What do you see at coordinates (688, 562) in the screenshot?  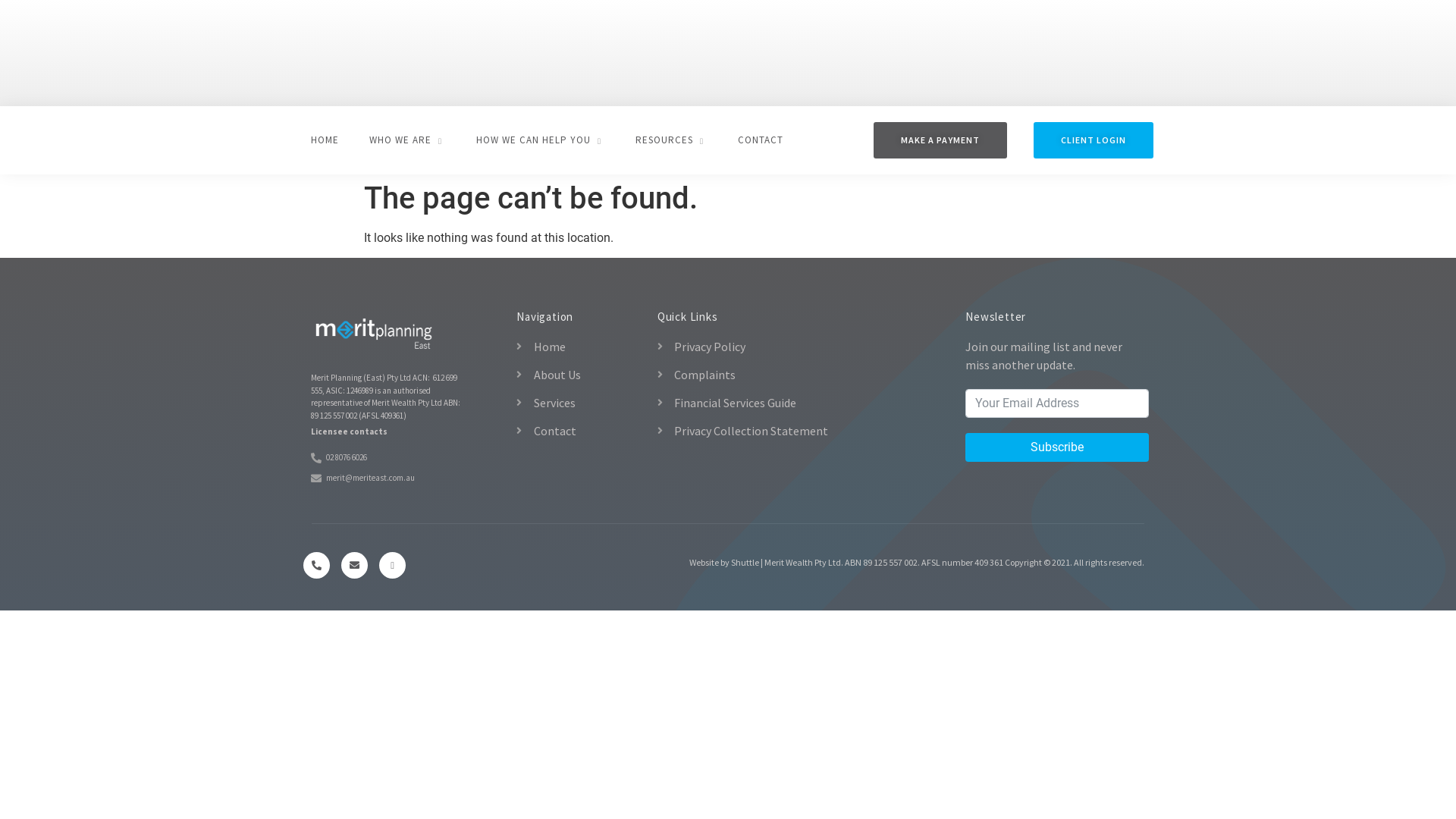 I see `'Website by Shuttle'` at bounding box center [688, 562].